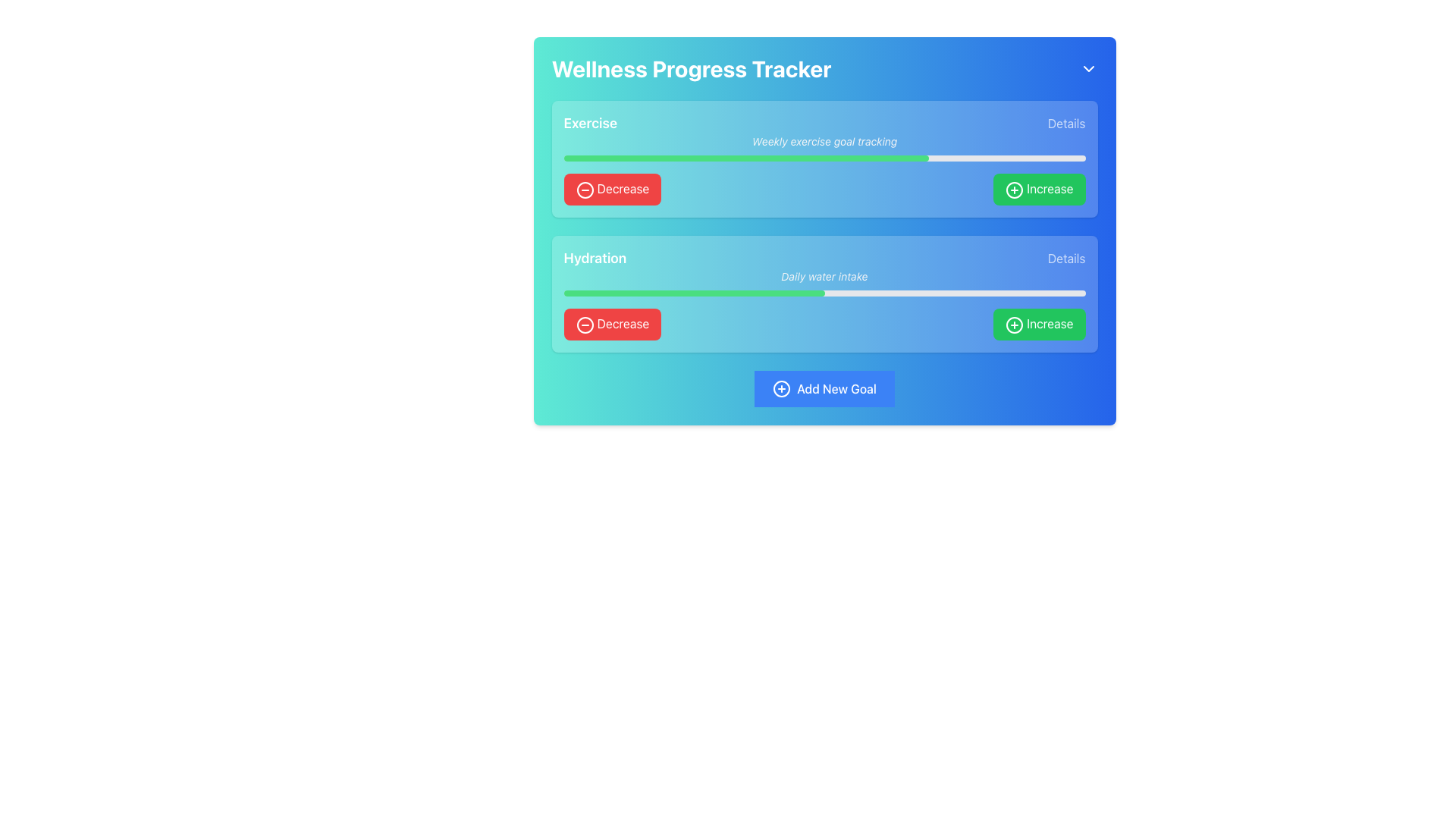 Image resolution: width=1456 pixels, height=819 pixels. What do you see at coordinates (782, 388) in the screenshot?
I see `the central circle of the 'Add New Goal' button, which is visually styled to integrate within a vibrant user interface` at bounding box center [782, 388].